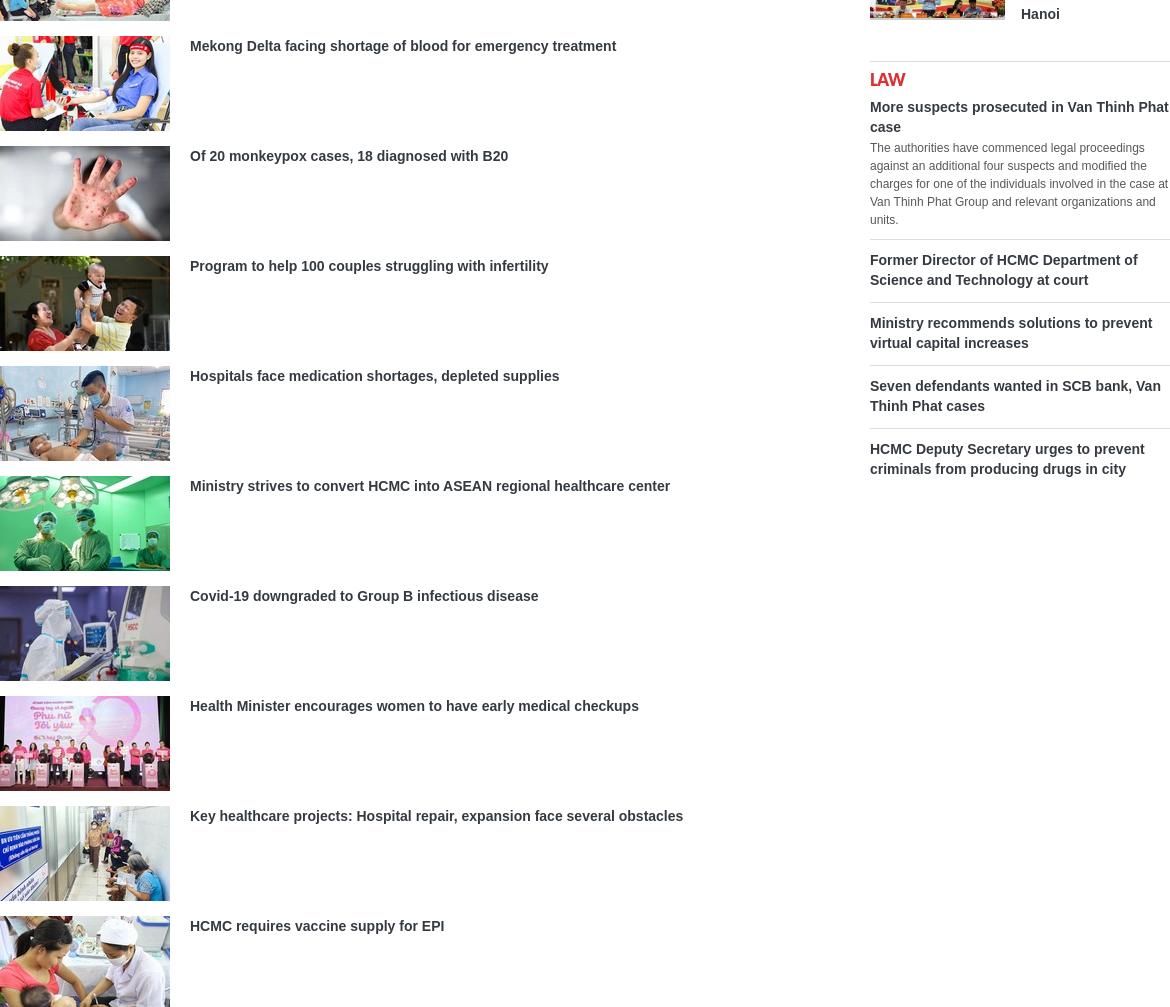 The image size is (1170, 1007). What do you see at coordinates (315, 924) in the screenshot?
I see `'HCMC requires vaccine supply for EPI'` at bounding box center [315, 924].